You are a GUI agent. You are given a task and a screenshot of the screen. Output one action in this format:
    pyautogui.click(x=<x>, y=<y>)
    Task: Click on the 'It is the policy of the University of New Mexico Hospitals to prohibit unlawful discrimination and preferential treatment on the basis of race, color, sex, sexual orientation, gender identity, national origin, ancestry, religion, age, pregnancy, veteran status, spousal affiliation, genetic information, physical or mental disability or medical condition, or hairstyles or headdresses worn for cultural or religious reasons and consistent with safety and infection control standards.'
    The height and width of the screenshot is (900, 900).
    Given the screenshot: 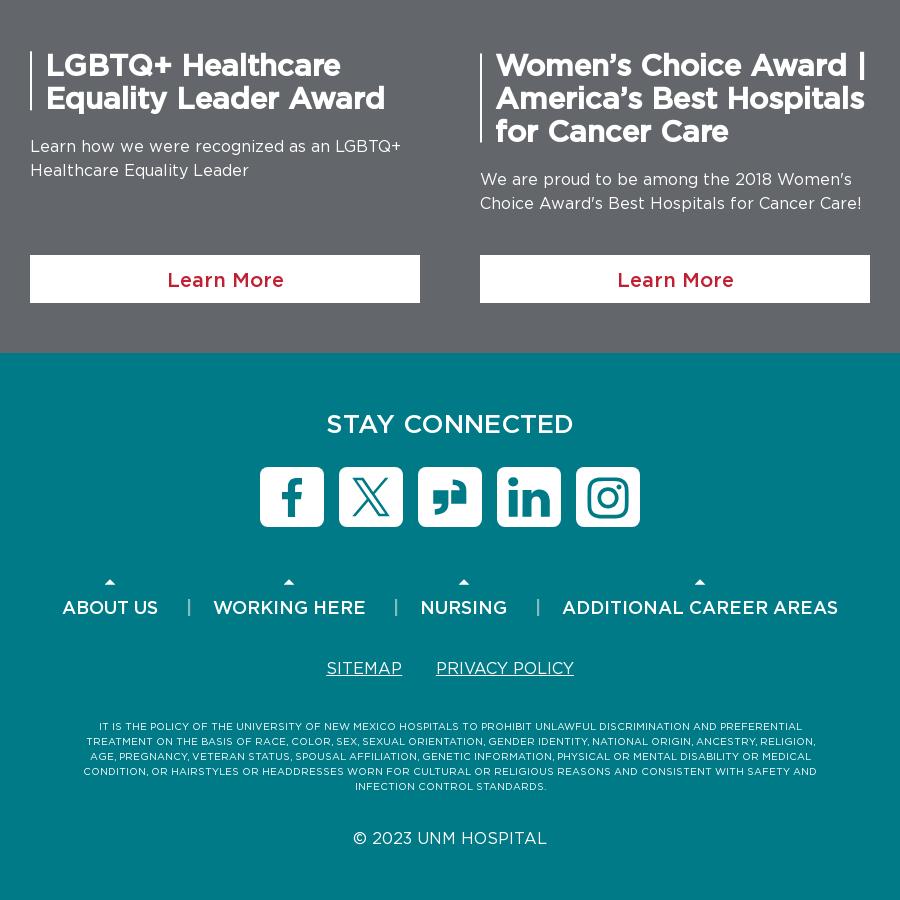 What is the action you would take?
    pyautogui.click(x=450, y=755)
    